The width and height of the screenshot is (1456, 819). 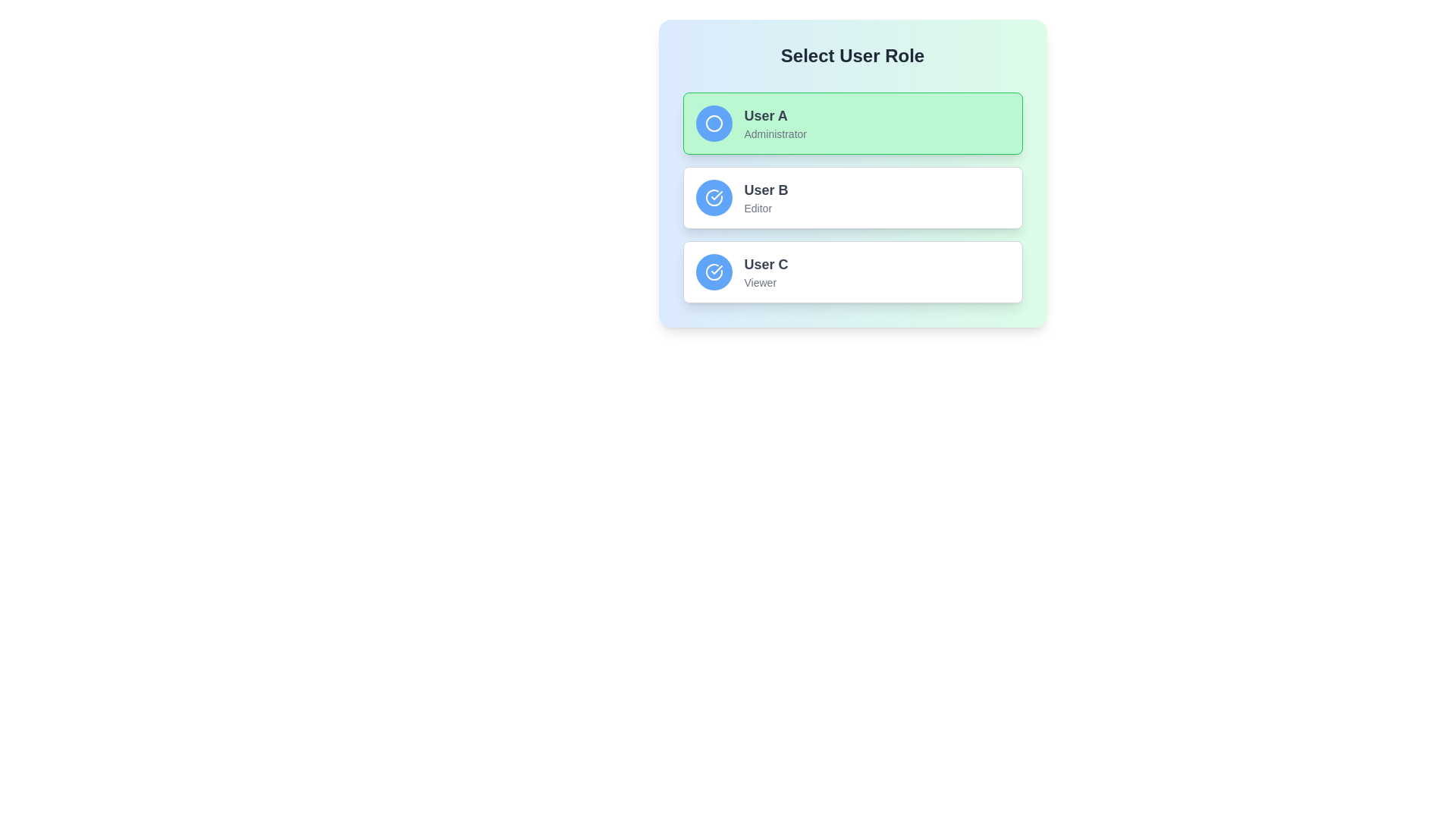 I want to click on the 'Viewer' role text label for user 'User C', located in the bottom-right section of the user card, which visually informs about the user's role, so click(x=766, y=283).